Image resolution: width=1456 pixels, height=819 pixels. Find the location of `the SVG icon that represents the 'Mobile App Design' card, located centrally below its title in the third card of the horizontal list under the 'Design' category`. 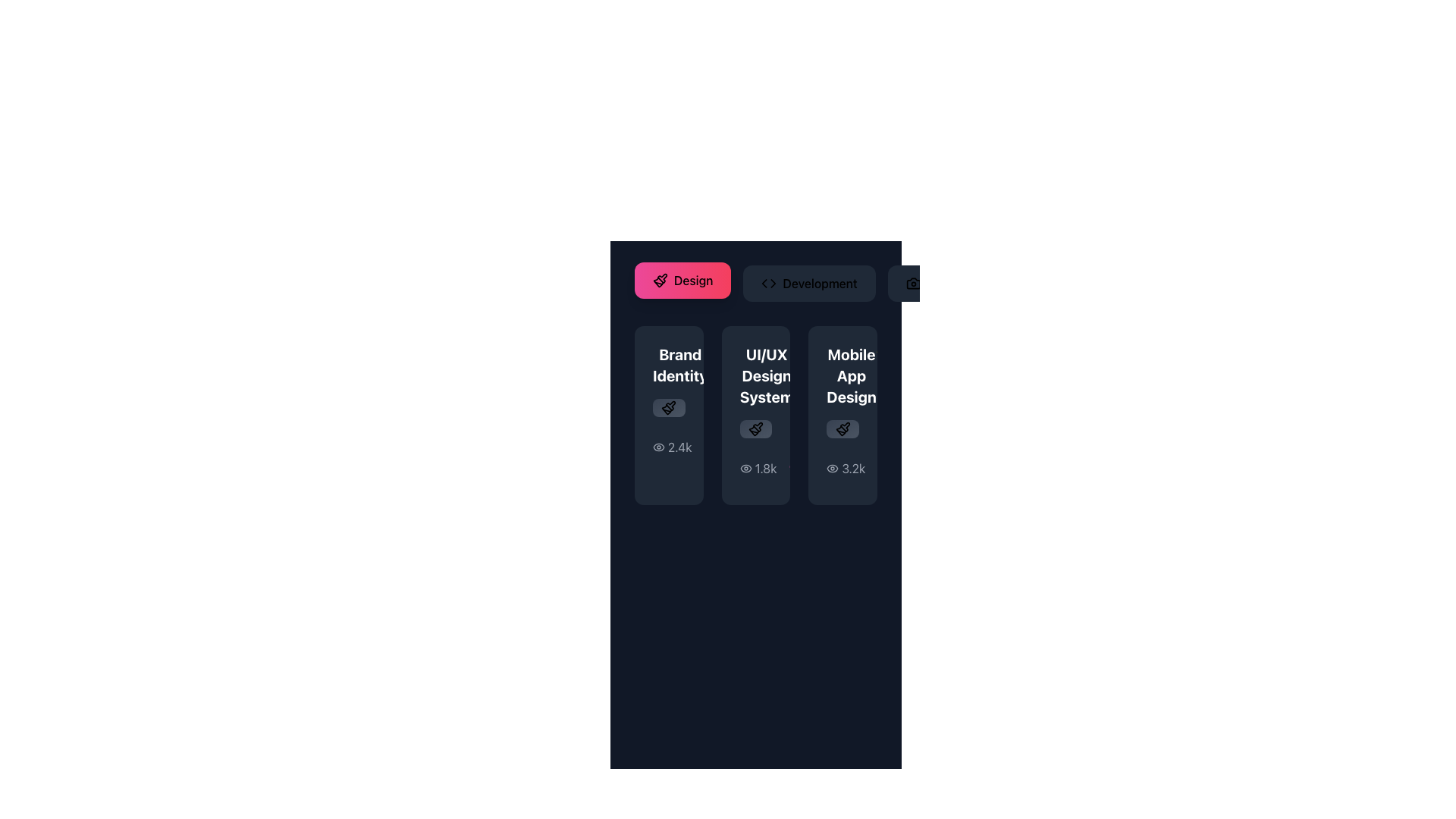

the SVG icon that represents the 'Mobile App Design' card, located centrally below its title in the third card of the horizontal list under the 'Design' category is located at coordinates (842, 429).